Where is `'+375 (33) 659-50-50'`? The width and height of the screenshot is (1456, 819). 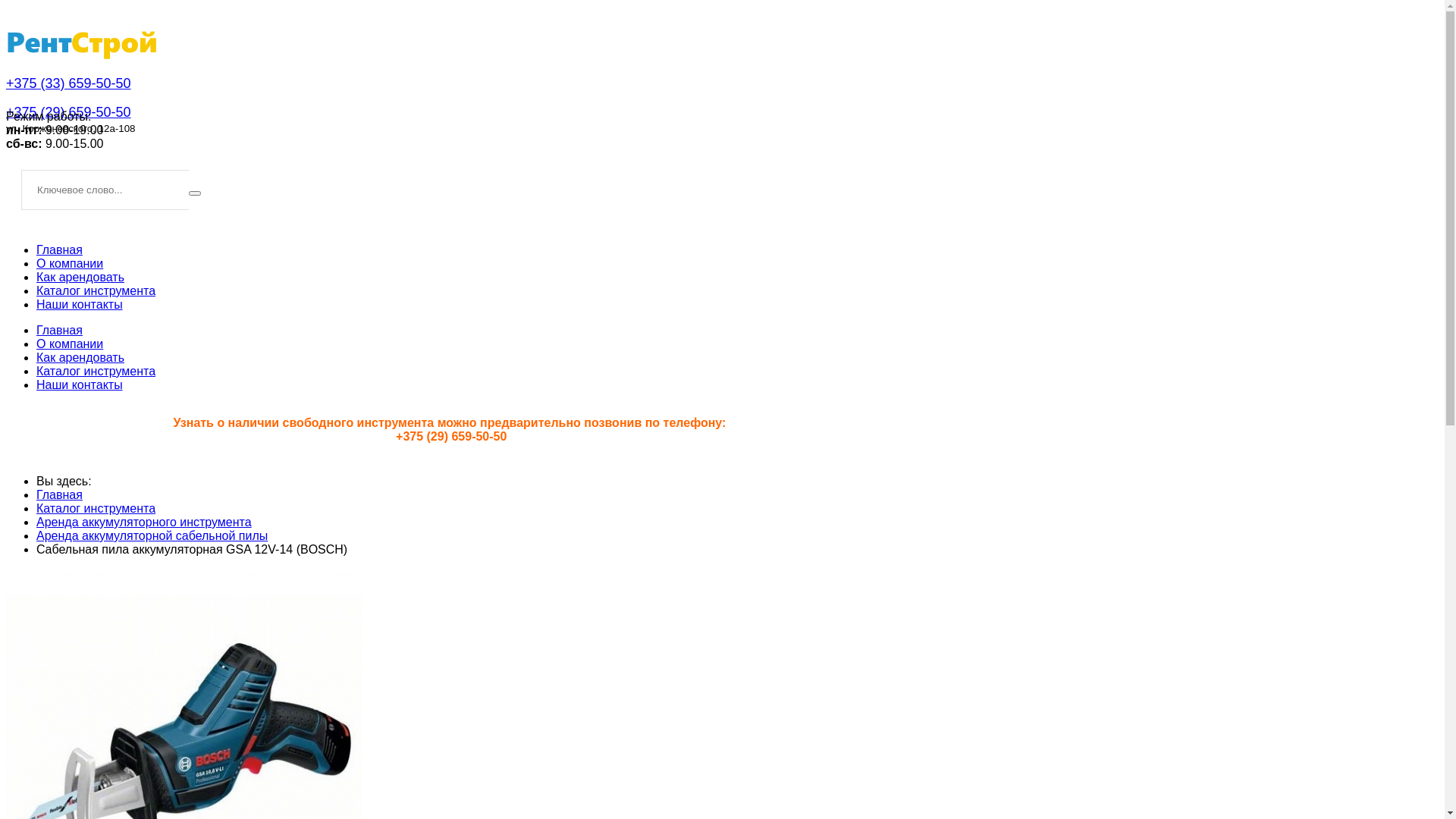
'+375 (33) 659-50-50' is located at coordinates (67, 83).